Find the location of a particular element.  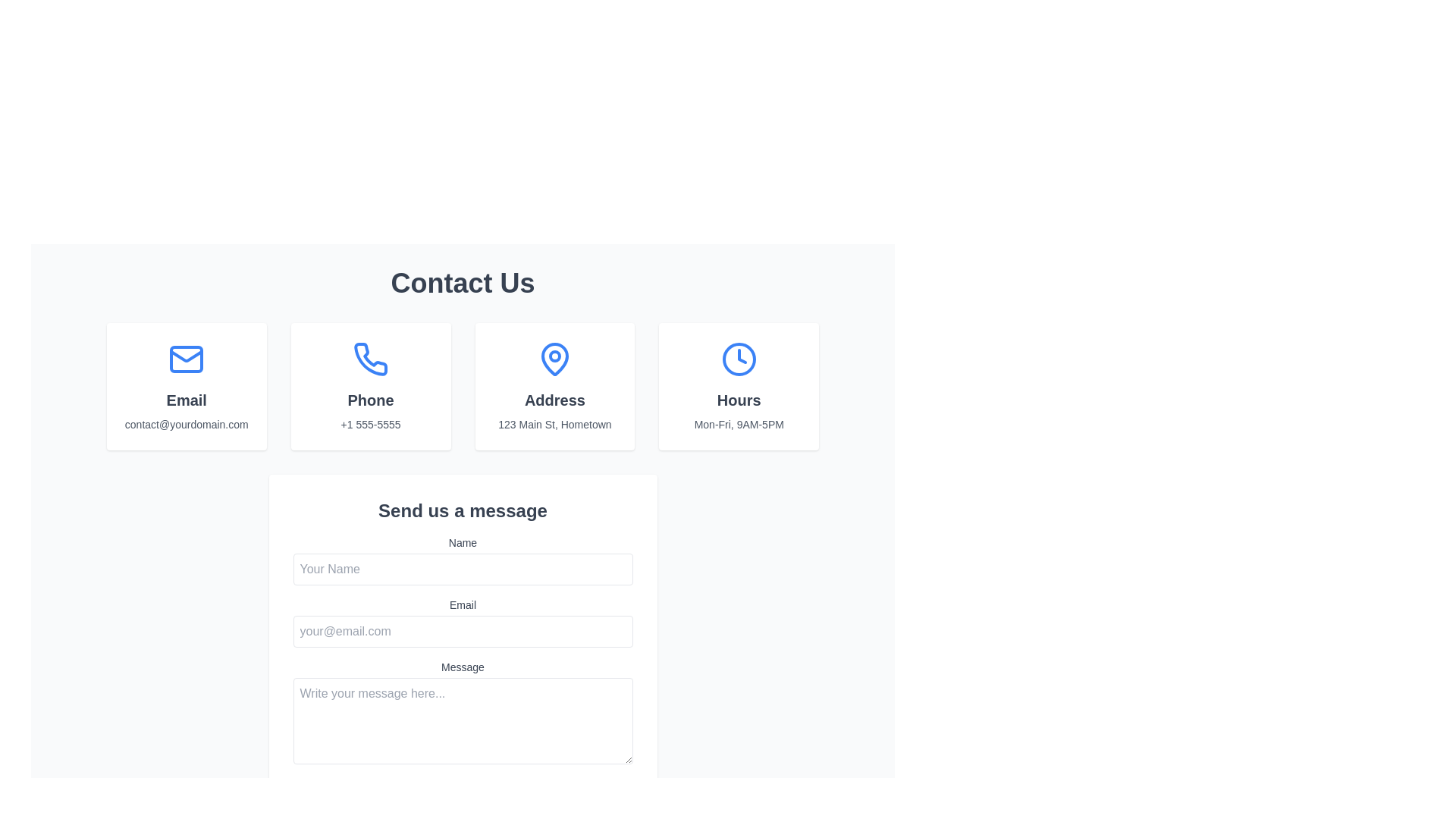

text displaying 'Mon-Fri, 9AM-5PM' located below the 'Hours' header and associated with a clock icon is located at coordinates (739, 424).